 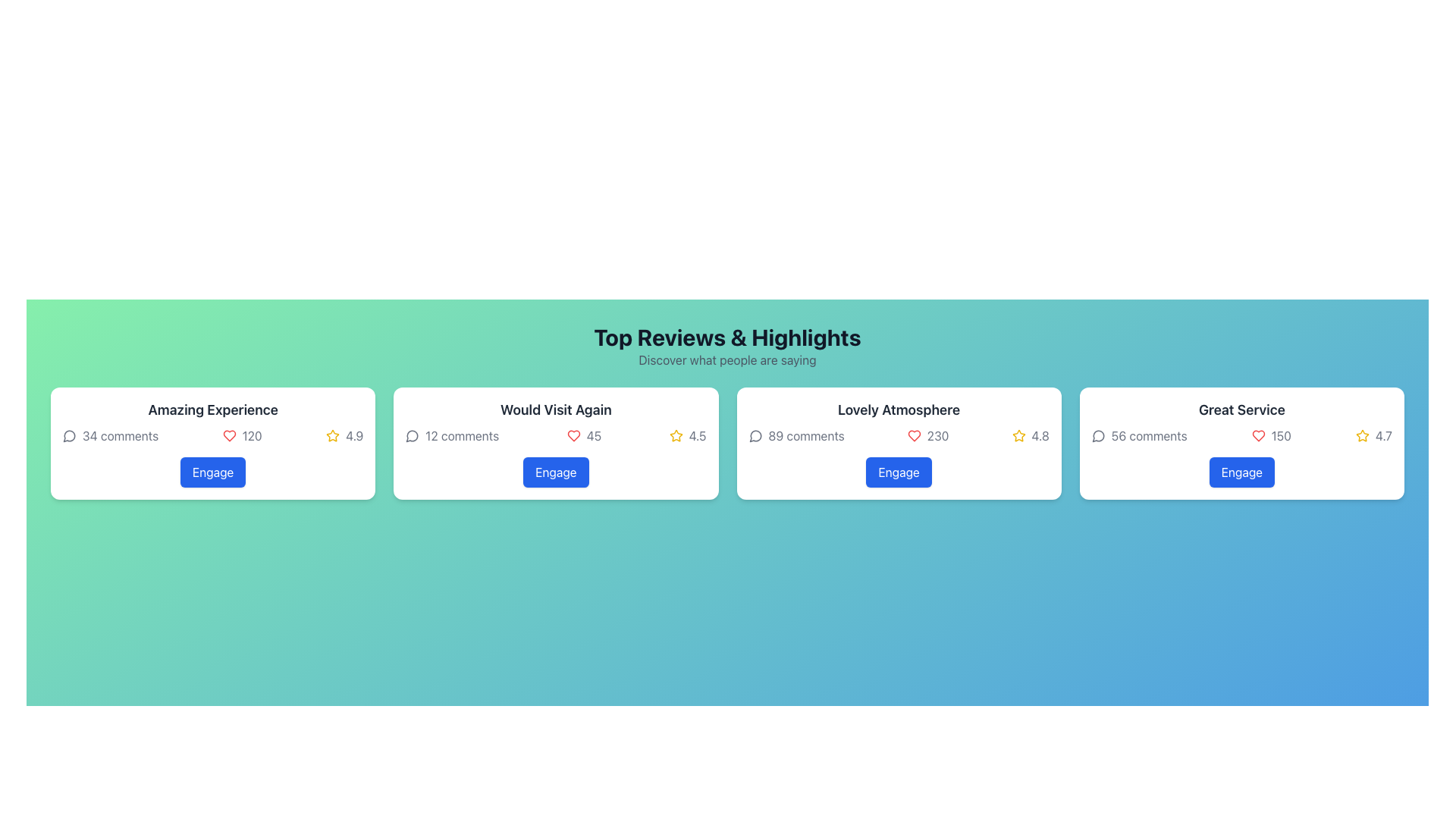 I want to click on numeric rating value '4.8' displayed in gray text next to a yellow star icon in the bottom-right corner of the 'Lovely Atmosphere' card, so click(x=1031, y=435).